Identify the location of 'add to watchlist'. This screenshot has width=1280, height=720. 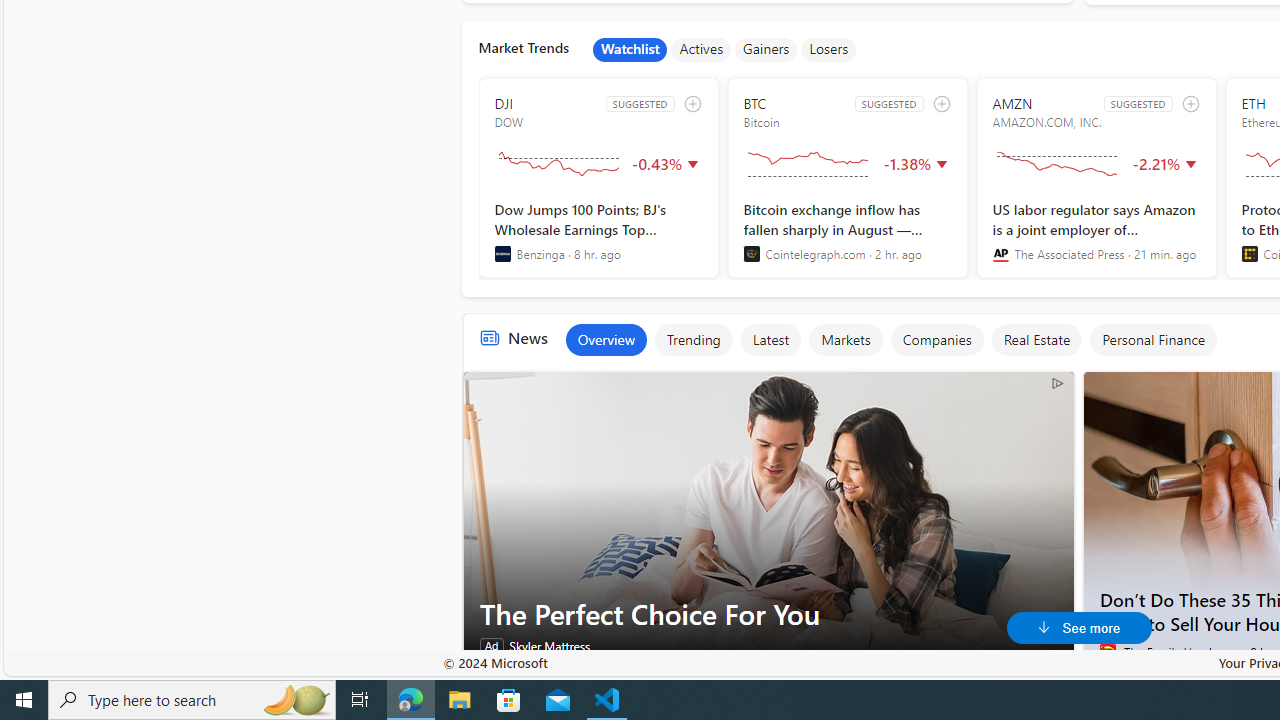
(1190, 104).